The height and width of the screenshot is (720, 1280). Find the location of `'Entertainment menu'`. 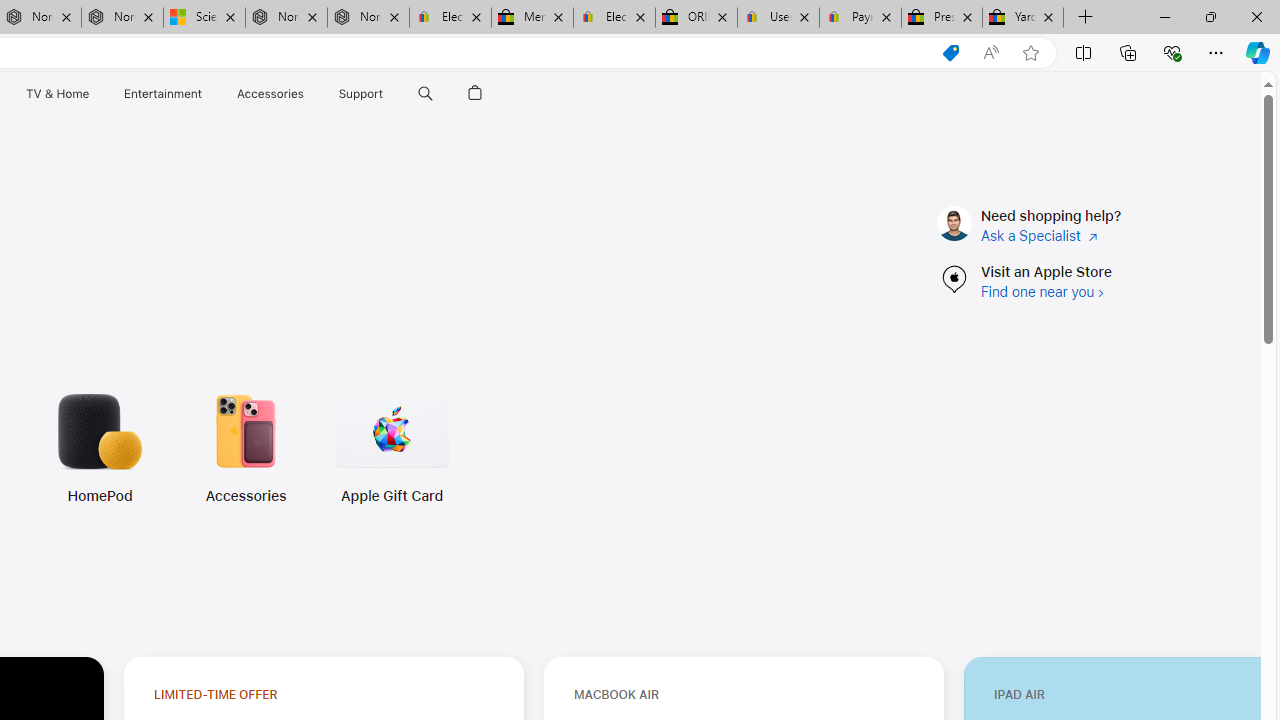

'Entertainment menu' is located at coordinates (206, 93).